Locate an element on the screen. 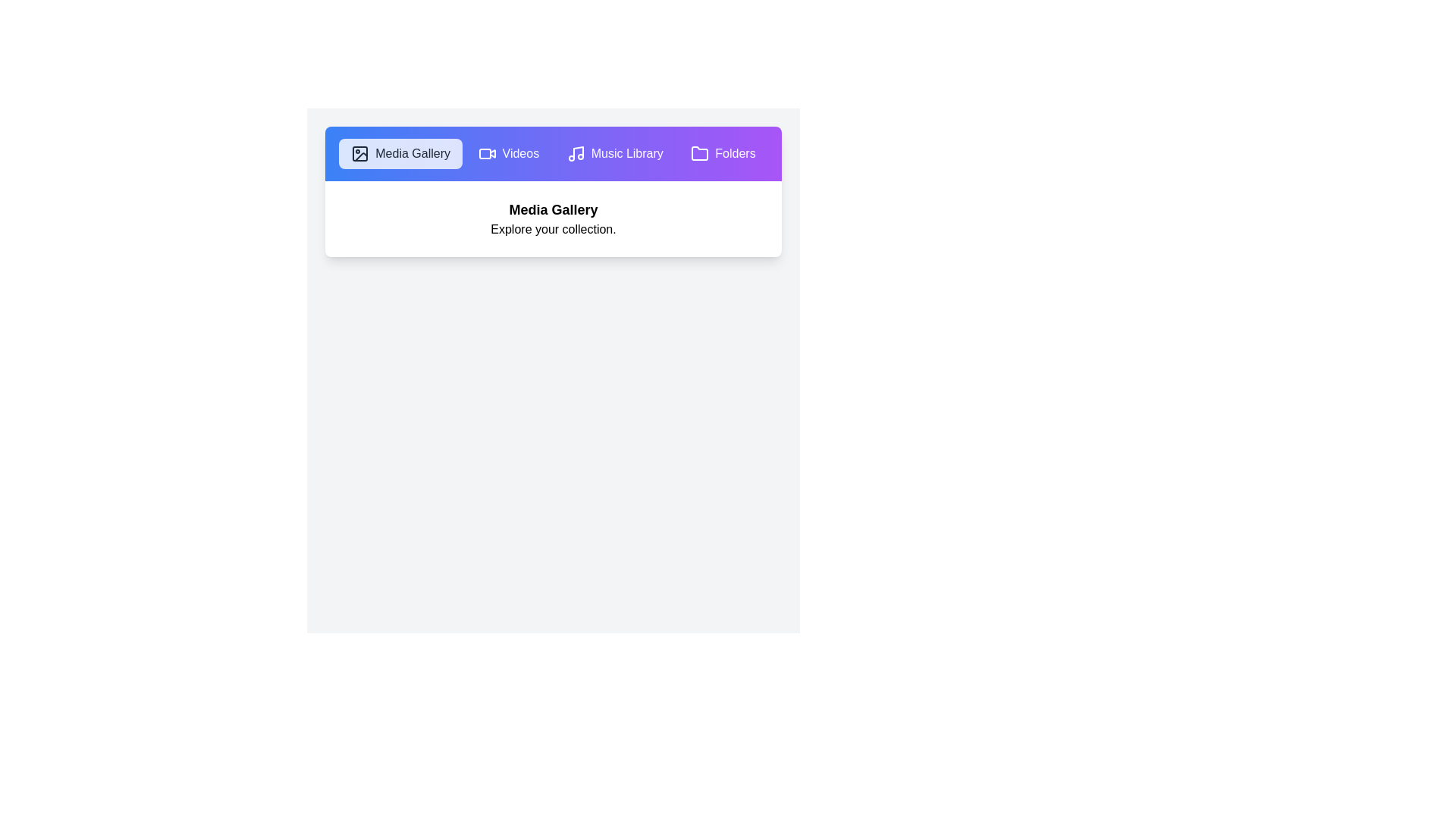  the Text Label that indicates its function for accessing or managing folders, located to the right of the folder icon in the navigation bar is located at coordinates (735, 154).